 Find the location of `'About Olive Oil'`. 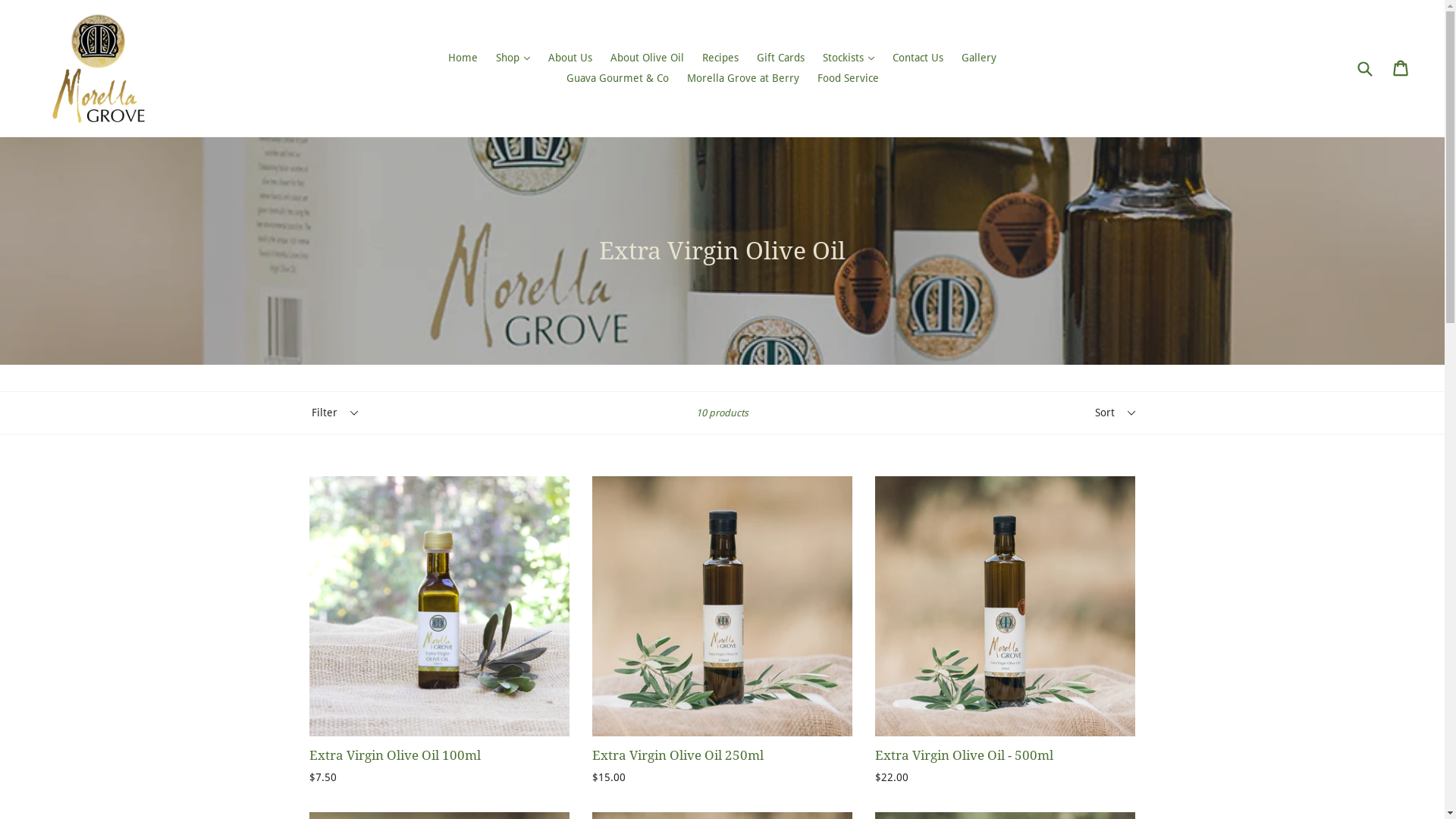

'About Olive Oil' is located at coordinates (647, 57).